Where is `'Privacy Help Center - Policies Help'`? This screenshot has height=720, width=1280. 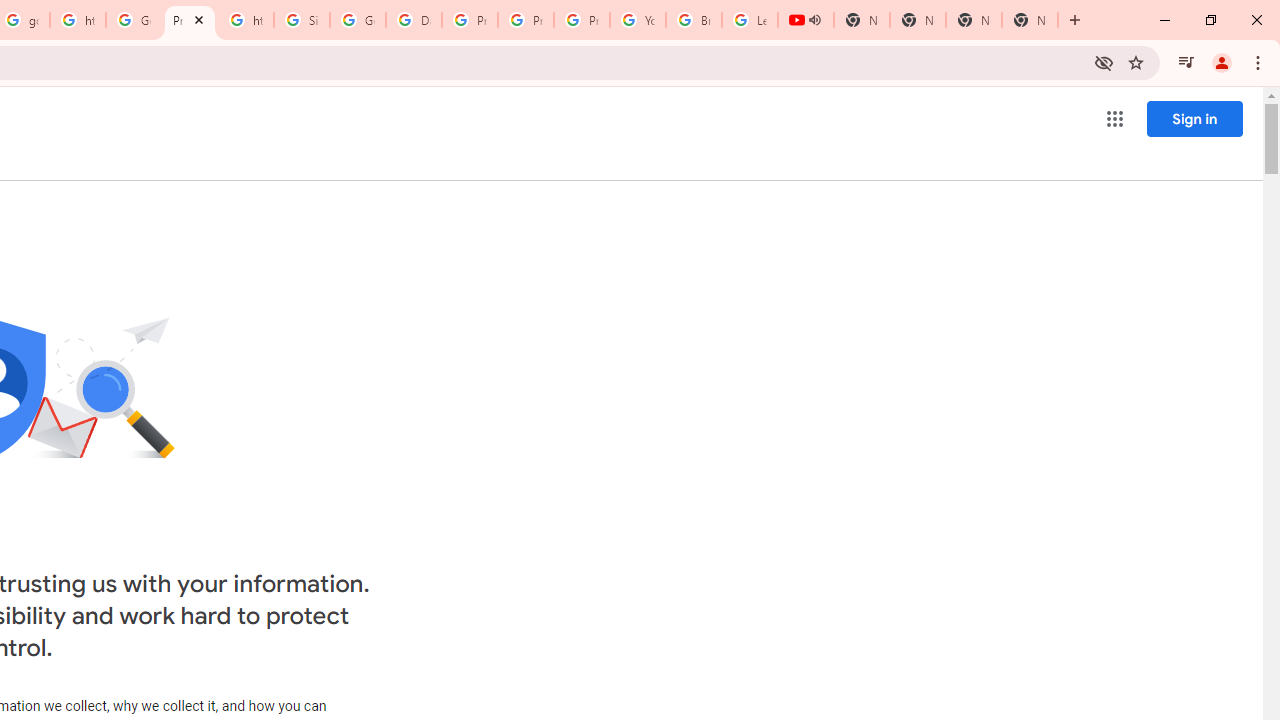
'Privacy Help Center - Policies Help' is located at coordinates (468, 20).